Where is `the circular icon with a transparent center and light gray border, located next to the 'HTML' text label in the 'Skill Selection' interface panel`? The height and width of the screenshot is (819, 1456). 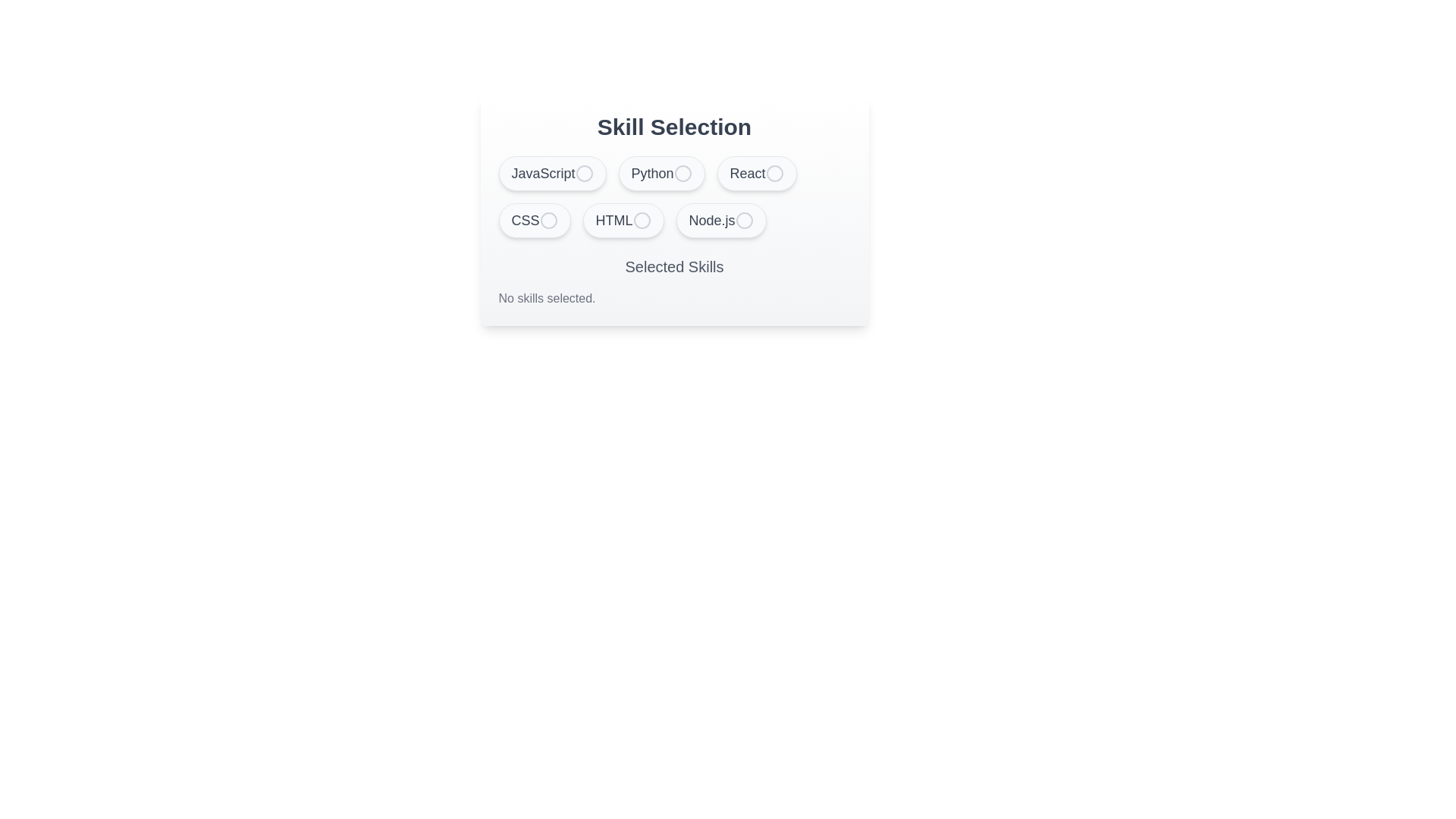 the circular icon with a transparent center and light gray border, located next to the 'HTML' text label in the 'Skill Selection' interface panel is located at coordinates (642, 220).